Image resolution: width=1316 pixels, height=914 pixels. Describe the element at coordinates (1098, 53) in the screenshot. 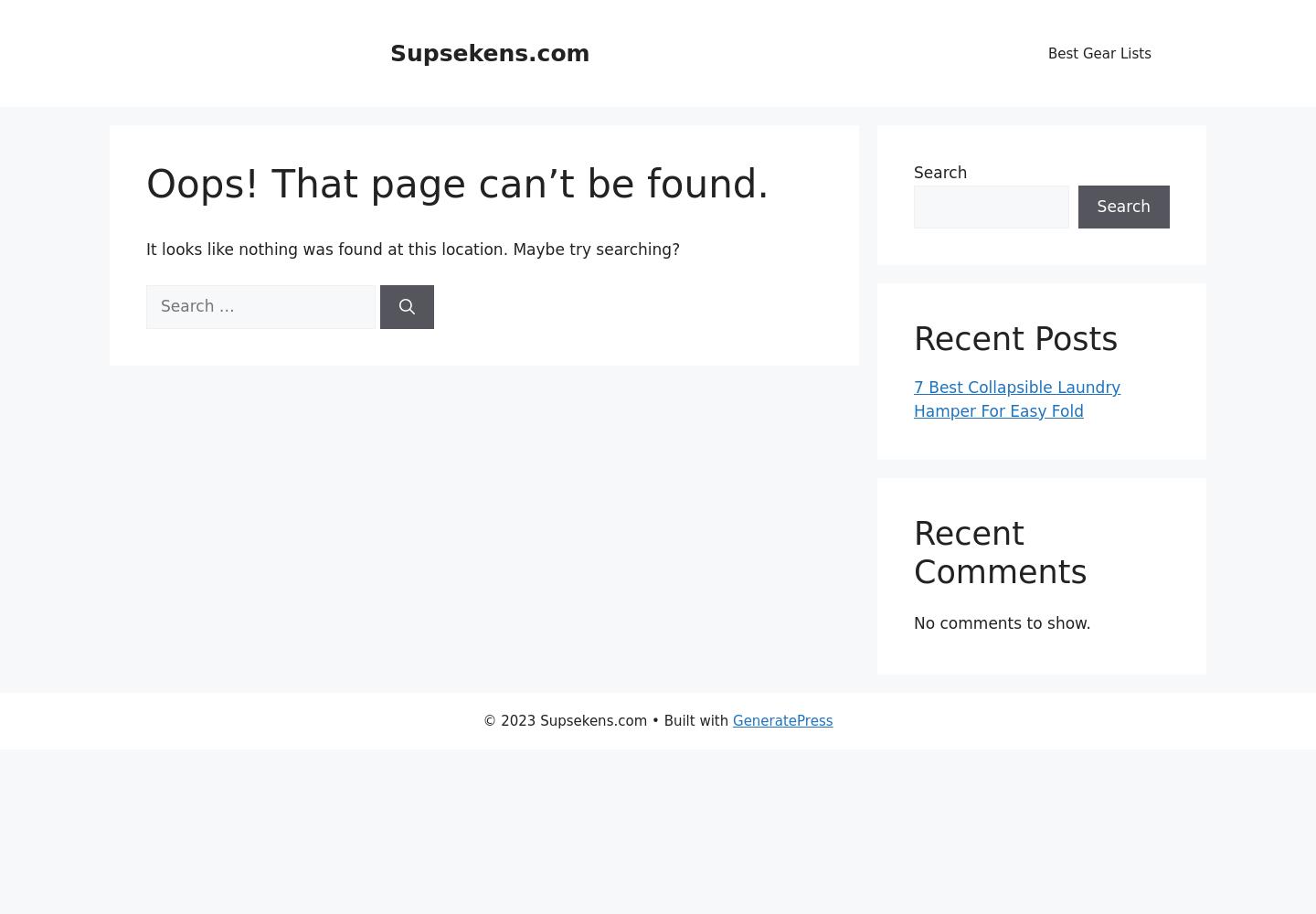

I see `'Best Gear Lists'` at that location.